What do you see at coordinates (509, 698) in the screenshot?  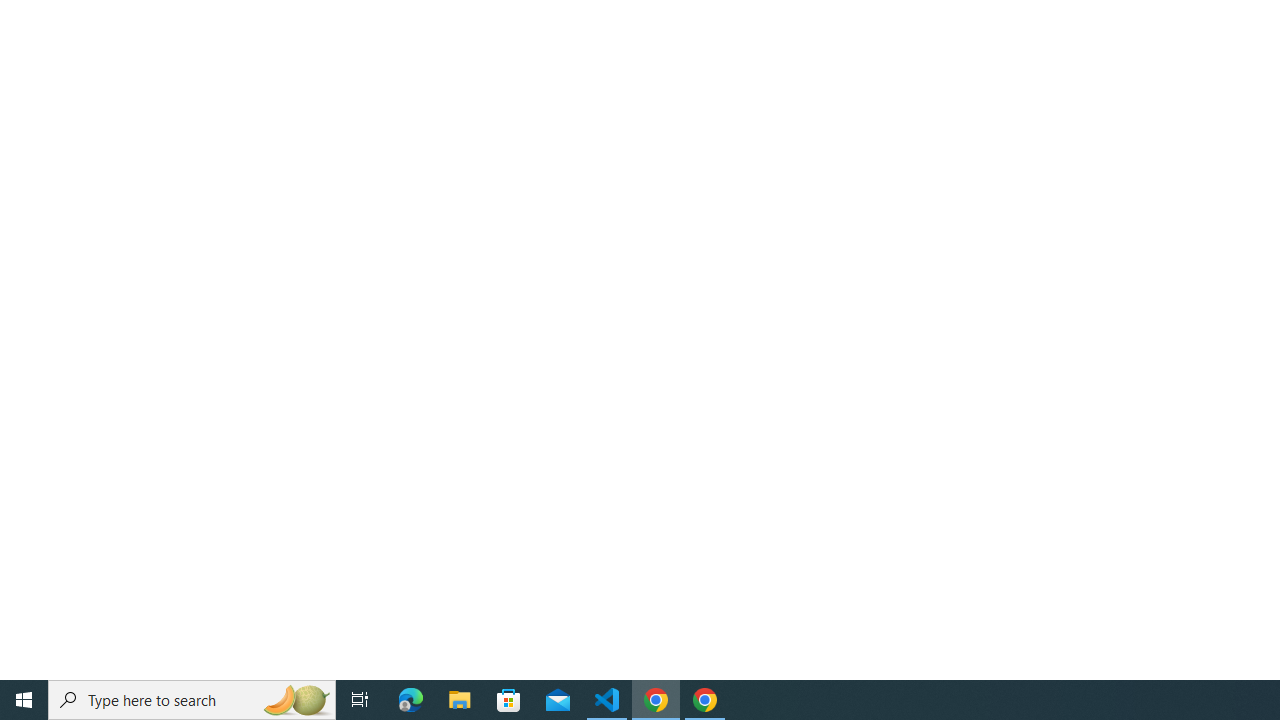 I see `'Microsoft Store'` at bounding box center [509, 698].